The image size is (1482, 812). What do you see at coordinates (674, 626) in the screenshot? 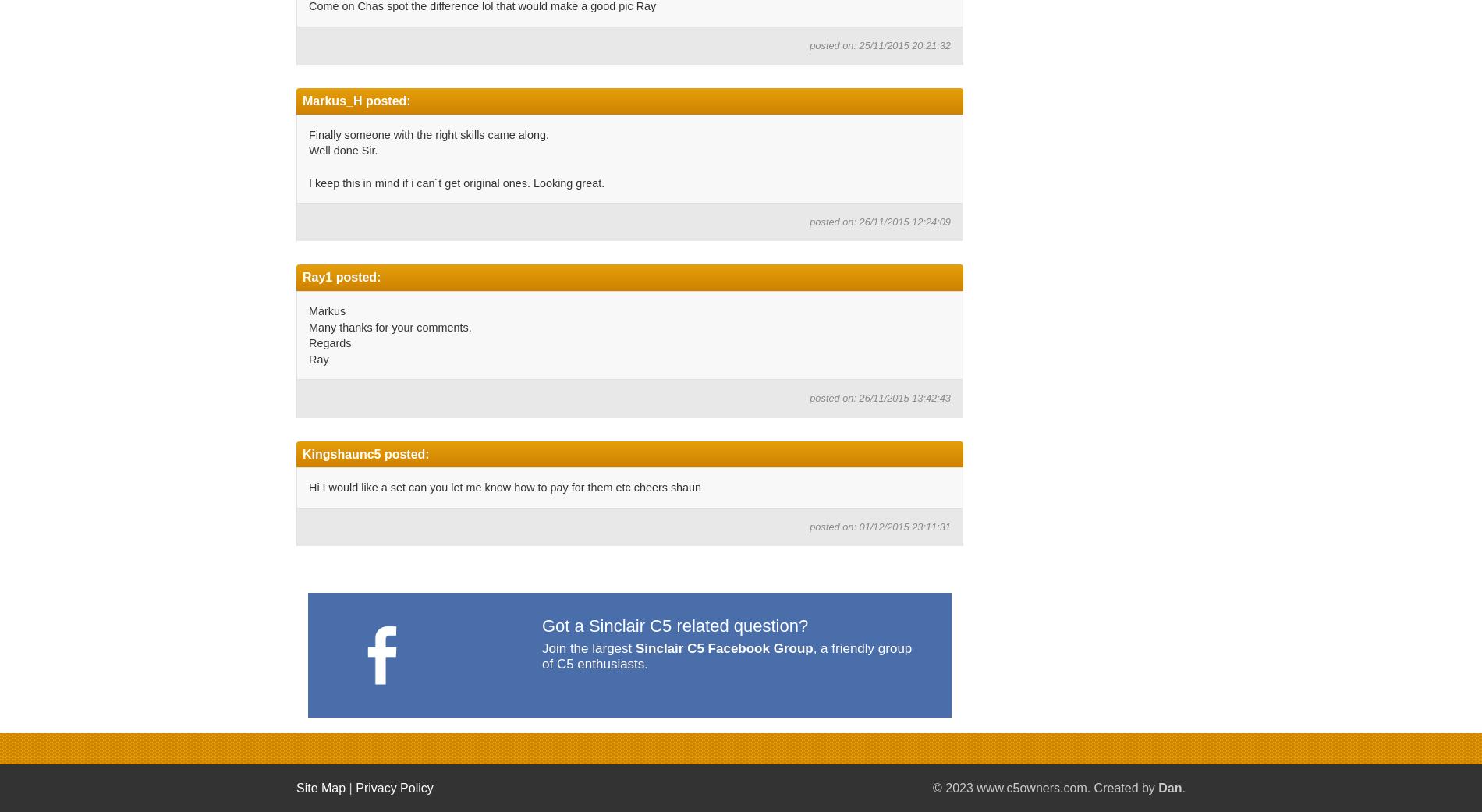
I see `'Got a Sinclair C5 related question?'` at bounding box center [674, 626].